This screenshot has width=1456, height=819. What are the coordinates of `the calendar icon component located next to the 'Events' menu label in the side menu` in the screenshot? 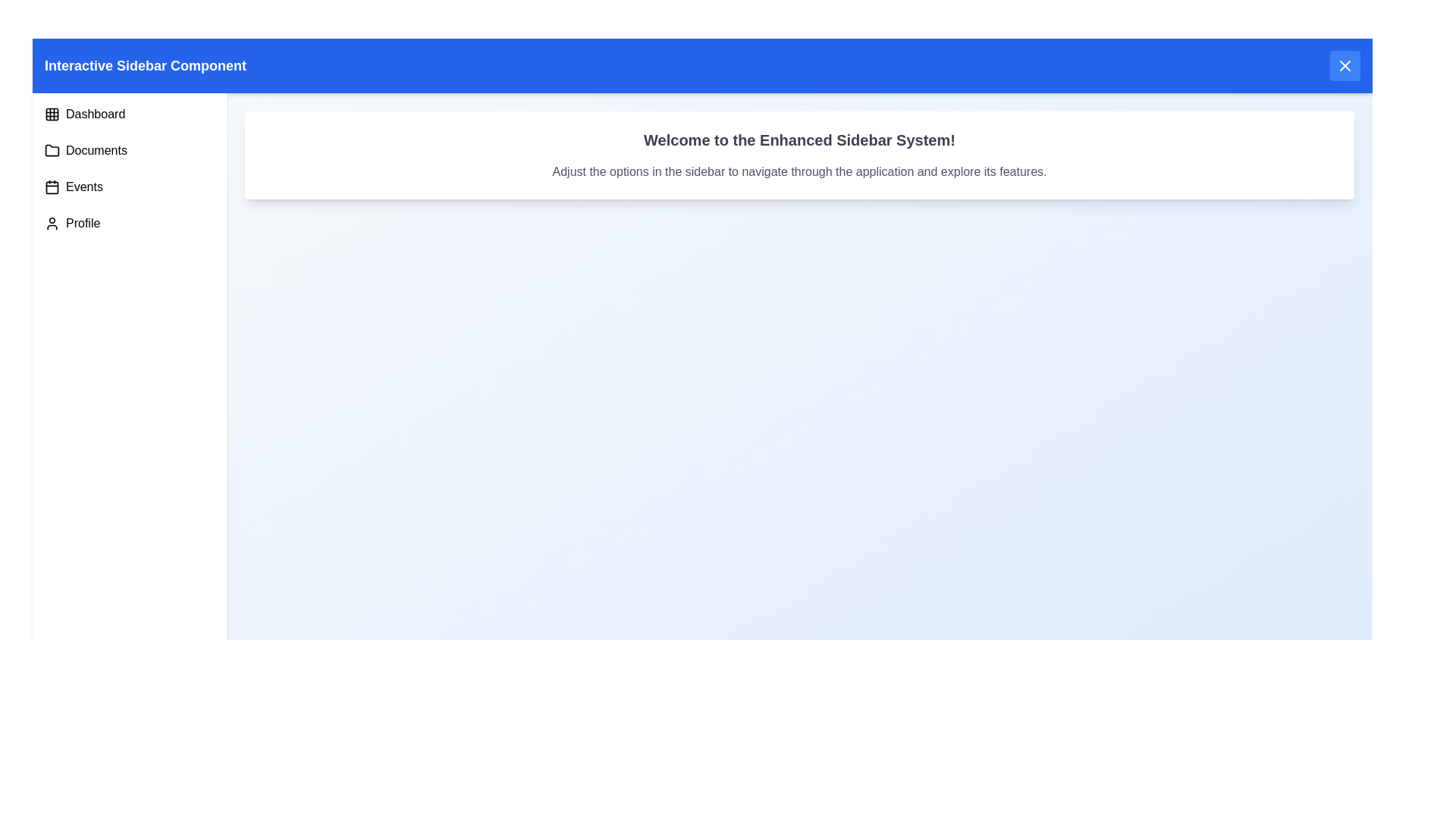 It's located at (52, 186).